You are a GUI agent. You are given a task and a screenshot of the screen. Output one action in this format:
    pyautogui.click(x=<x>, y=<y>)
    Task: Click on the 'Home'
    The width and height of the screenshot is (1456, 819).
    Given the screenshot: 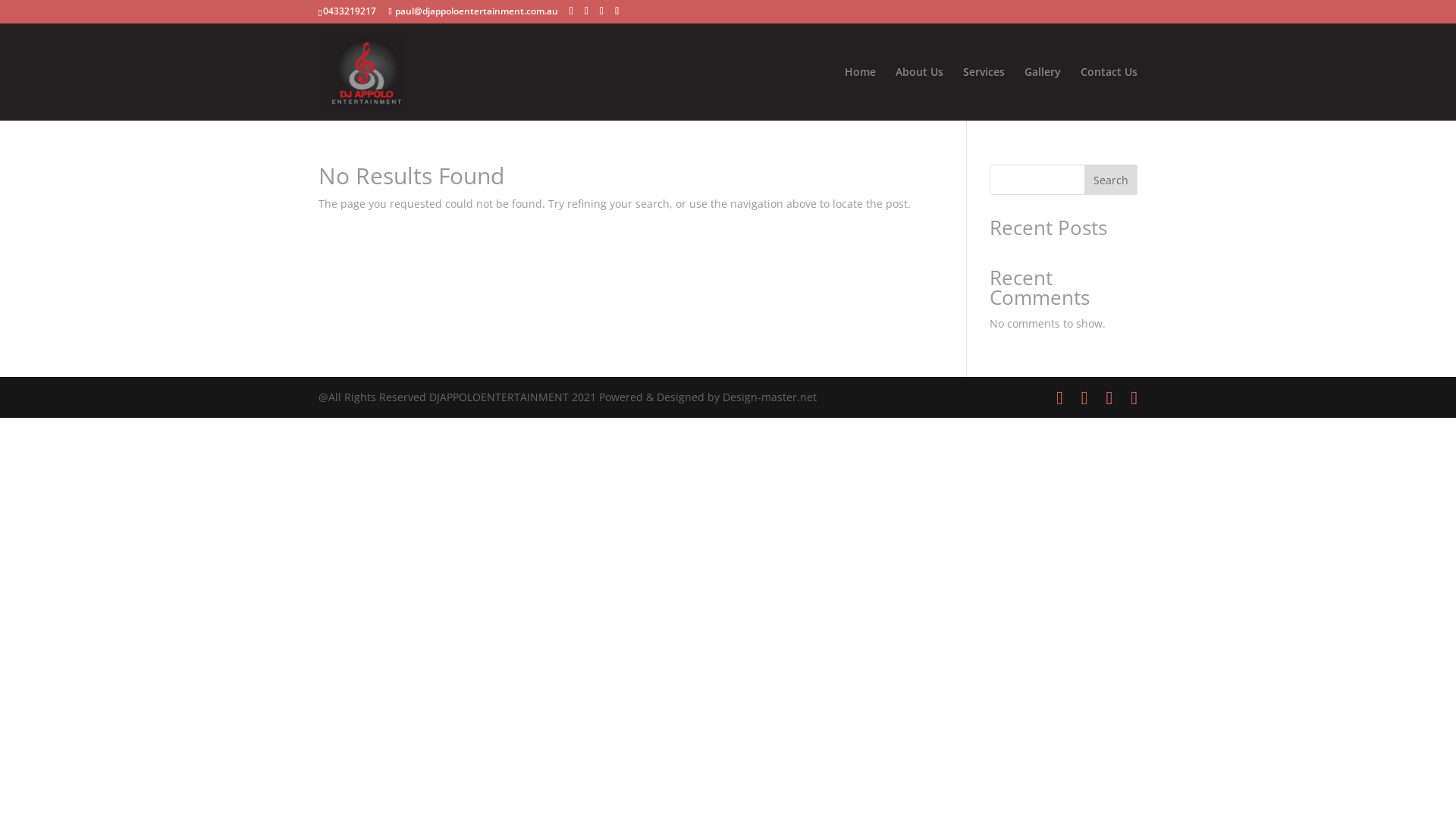 What is the action you would take?
    pyautogui.click(x=843, y=93)
    